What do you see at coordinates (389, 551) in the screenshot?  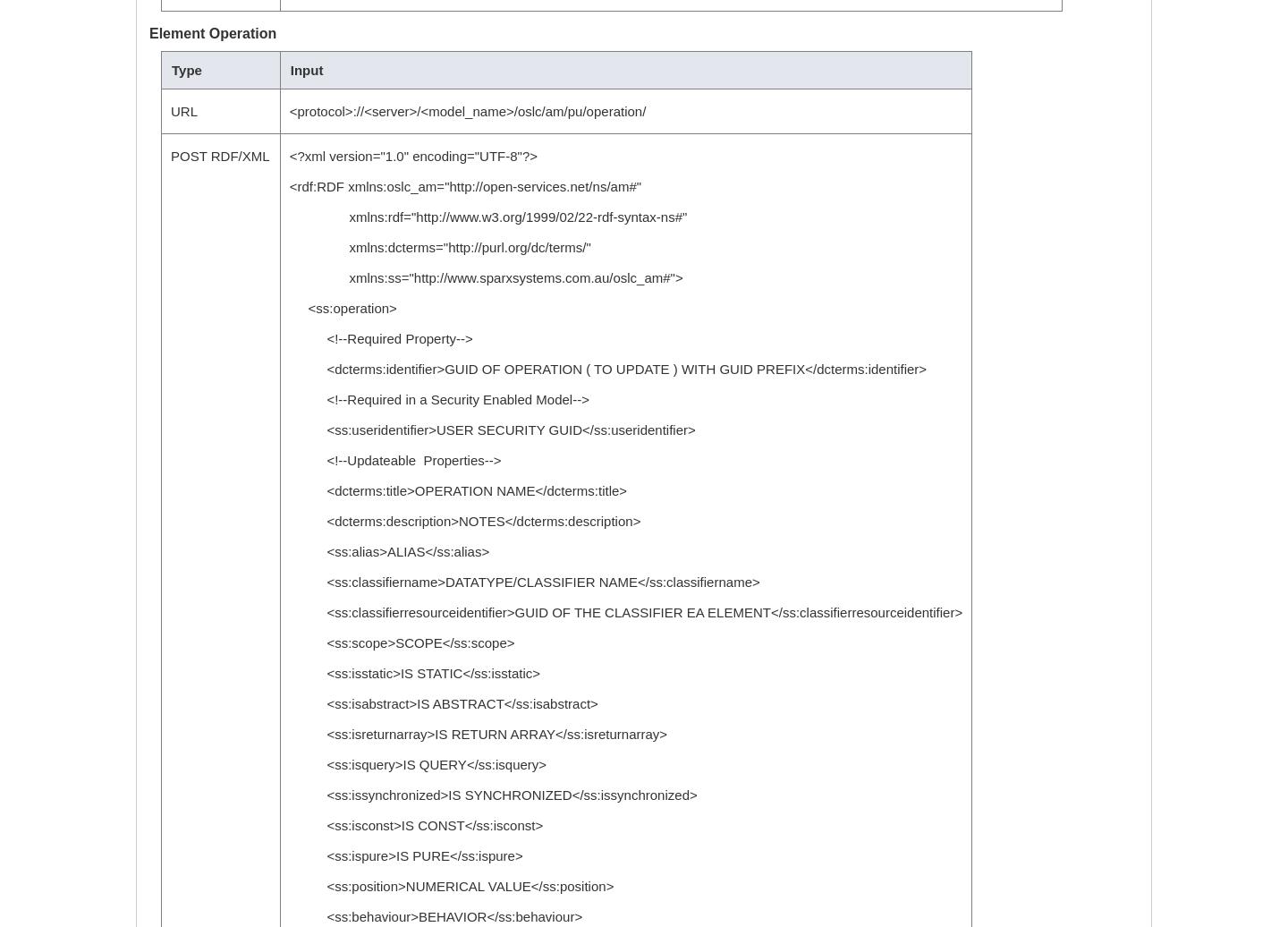 I see `'<ss:alias>ALIAS</ss:alias>'` at bounding box center [389, 551].